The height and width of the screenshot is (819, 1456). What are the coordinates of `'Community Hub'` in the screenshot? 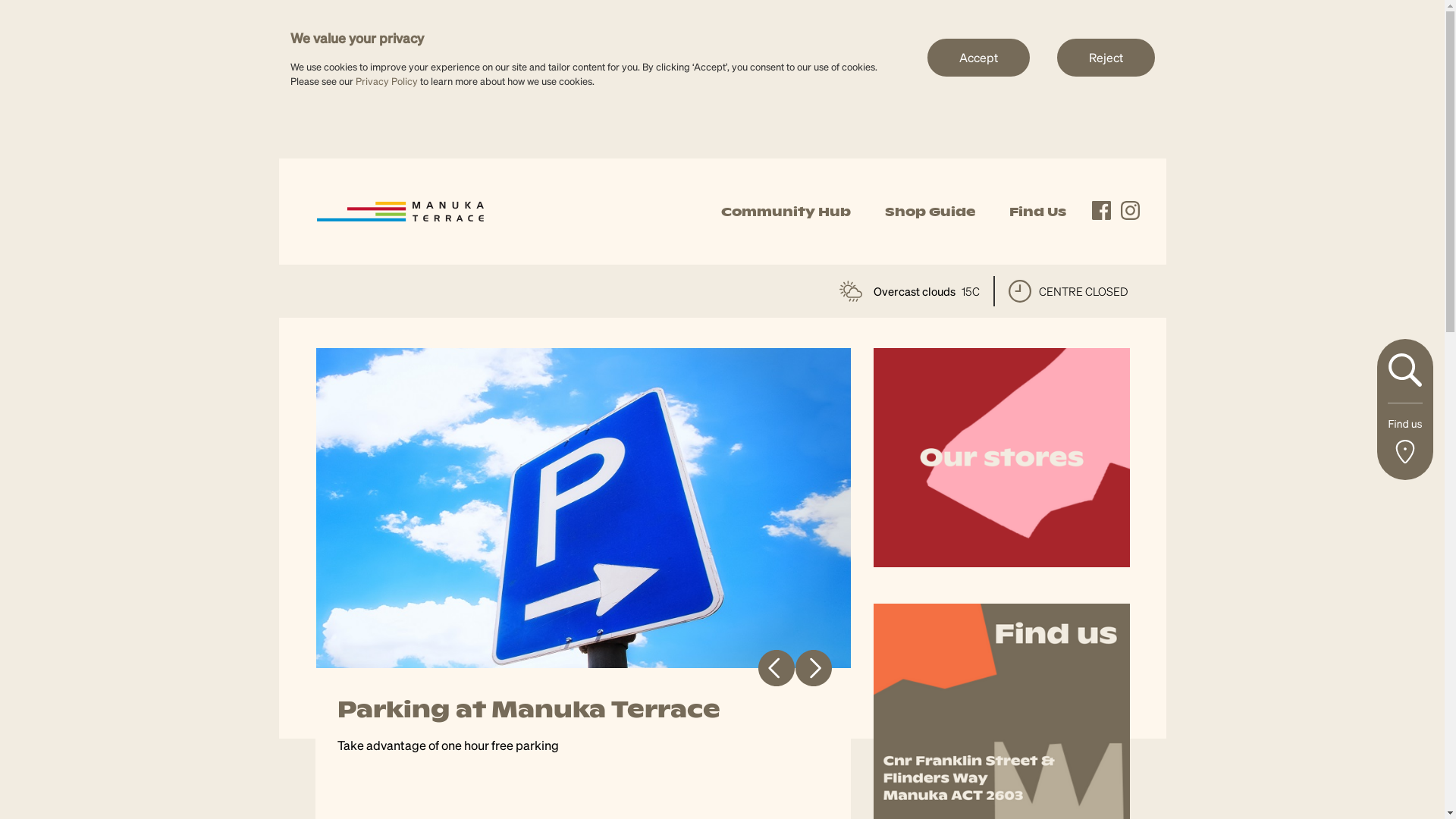 It's located at (785, 212).